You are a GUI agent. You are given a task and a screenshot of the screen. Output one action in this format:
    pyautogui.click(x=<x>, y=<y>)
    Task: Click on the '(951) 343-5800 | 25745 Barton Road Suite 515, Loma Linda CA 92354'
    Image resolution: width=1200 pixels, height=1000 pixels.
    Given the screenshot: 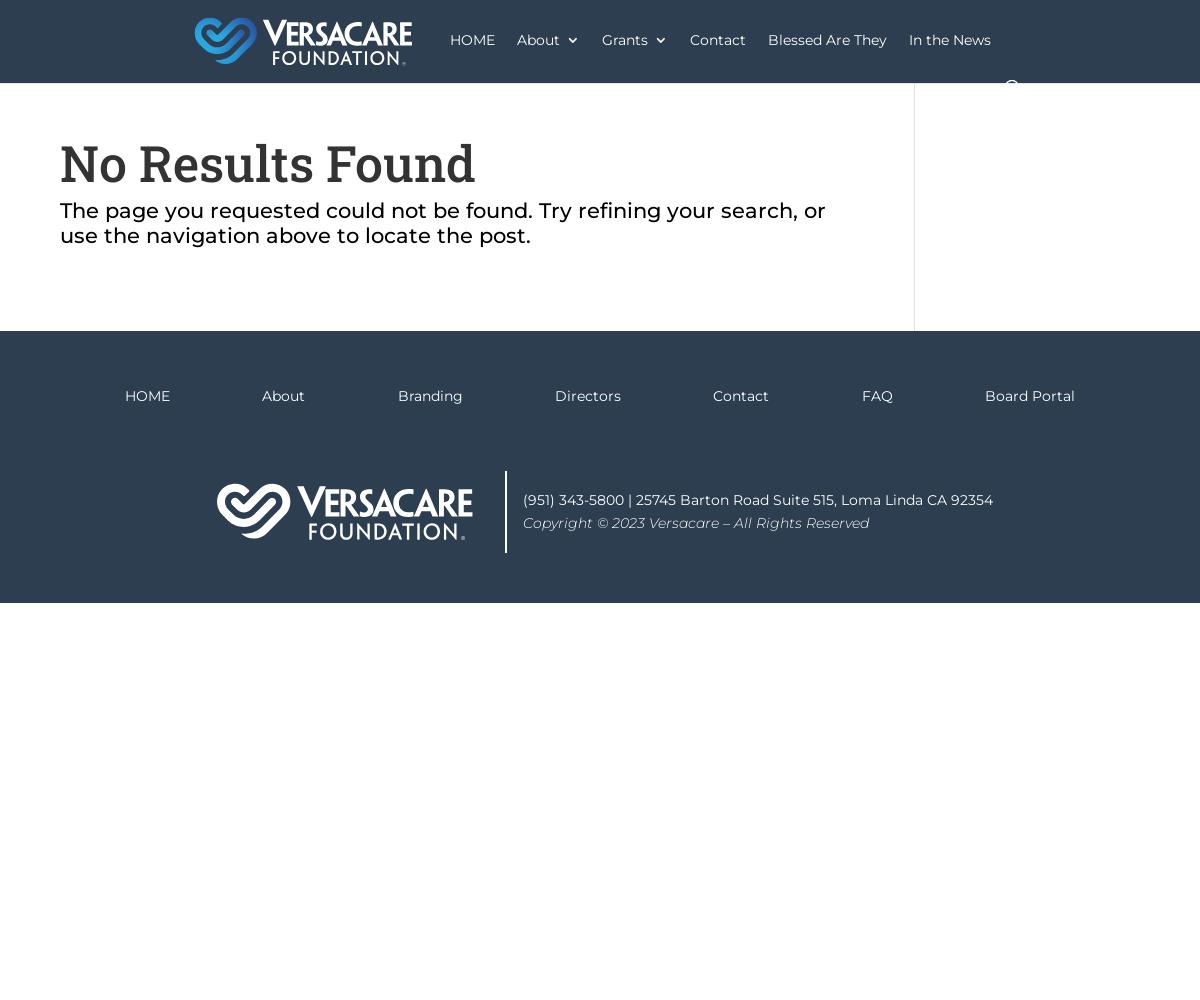 What is the action you would take?
    pyautogui.click(x=757, y=500)
    